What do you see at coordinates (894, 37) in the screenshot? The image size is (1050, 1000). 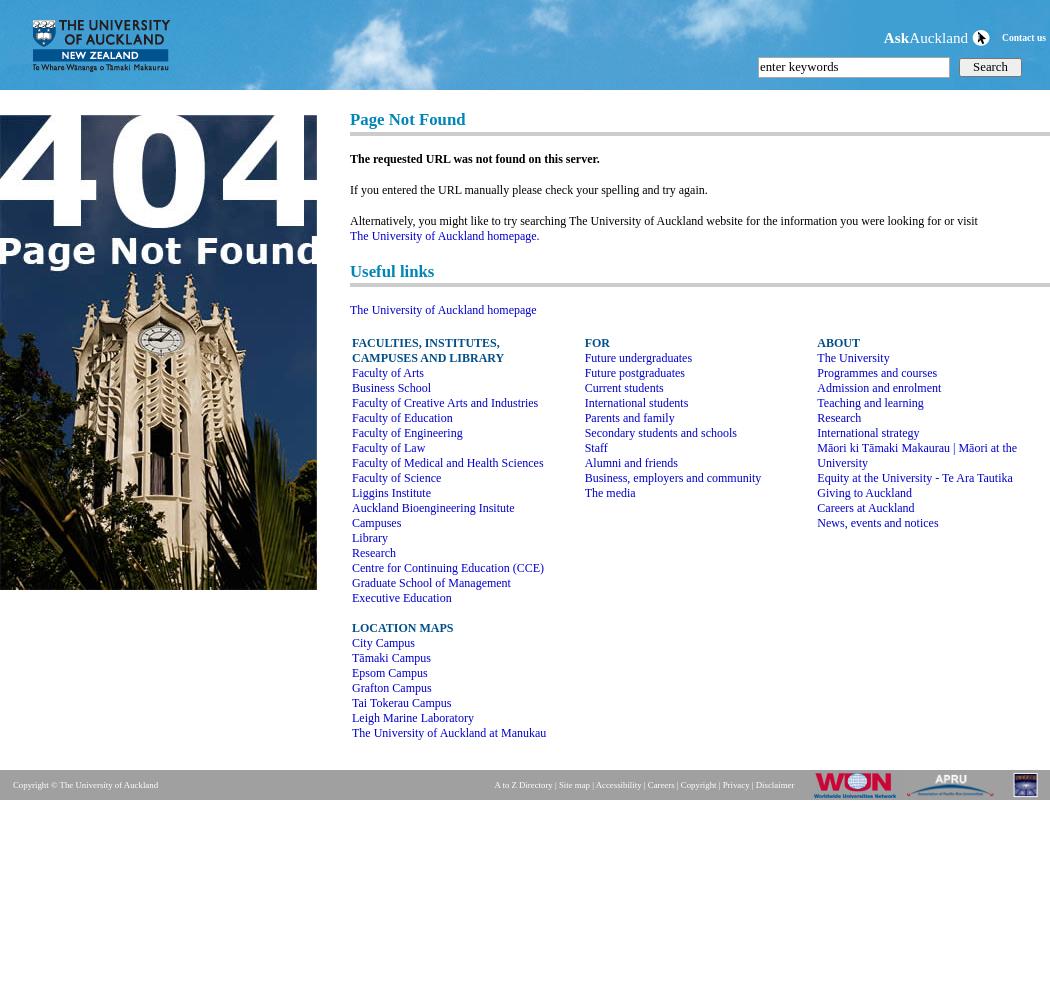 I see `'Ask'` at bounding box center [894, 37].